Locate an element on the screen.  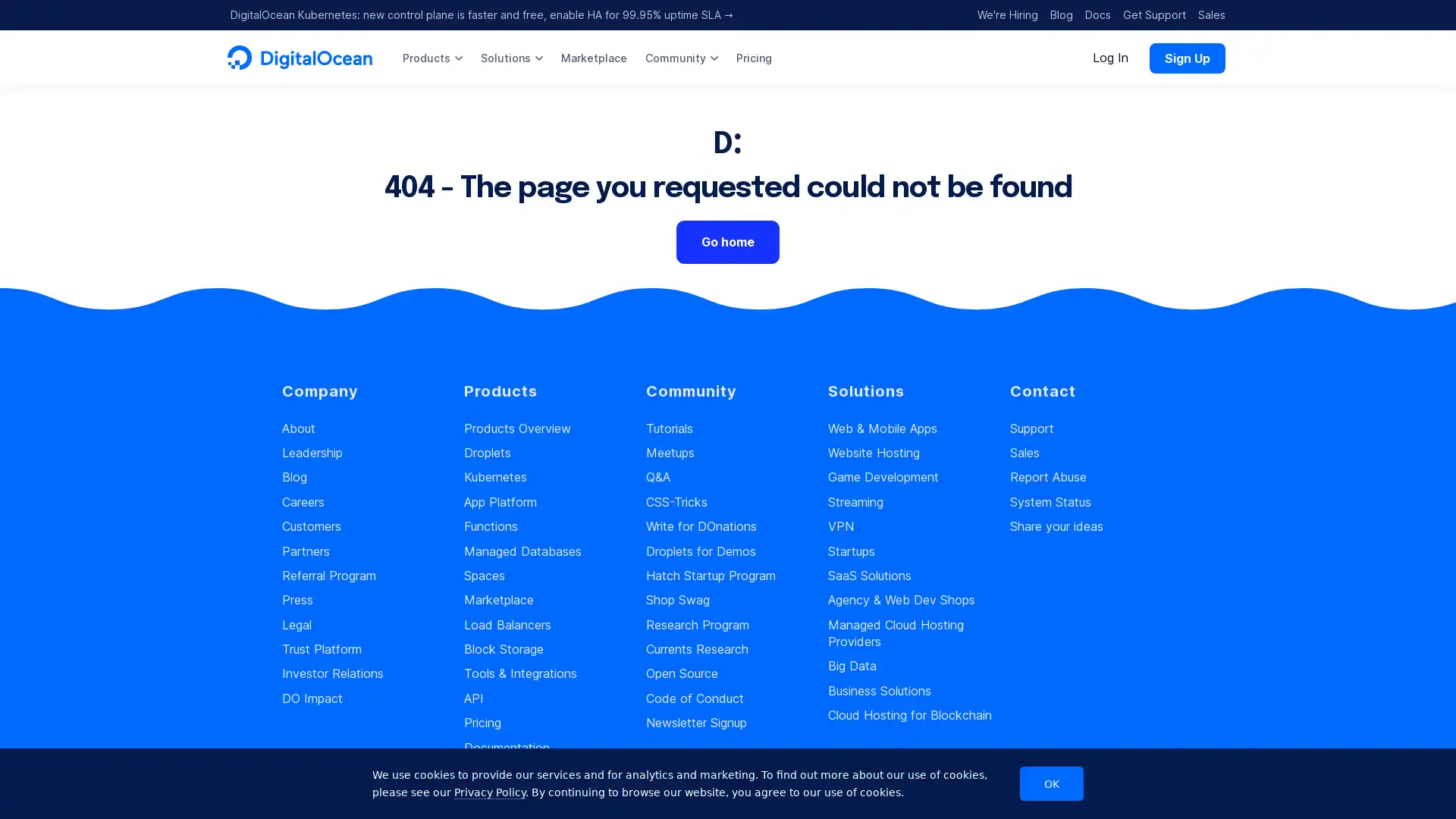
Log In is located at coordinates (1110, 57).